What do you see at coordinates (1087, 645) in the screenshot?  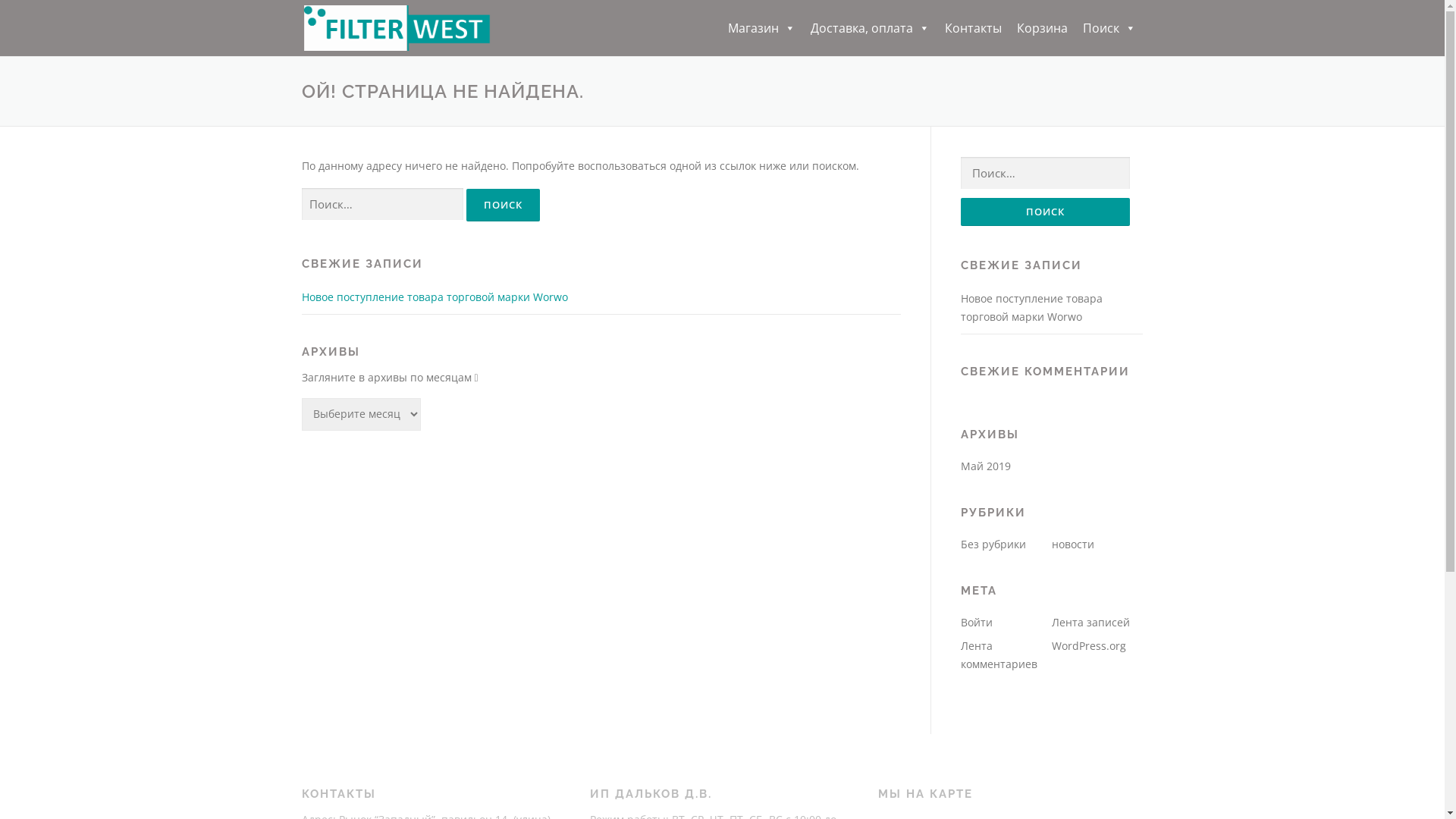 I see `'WordPress.org'` at bounding box center [1087, 645].